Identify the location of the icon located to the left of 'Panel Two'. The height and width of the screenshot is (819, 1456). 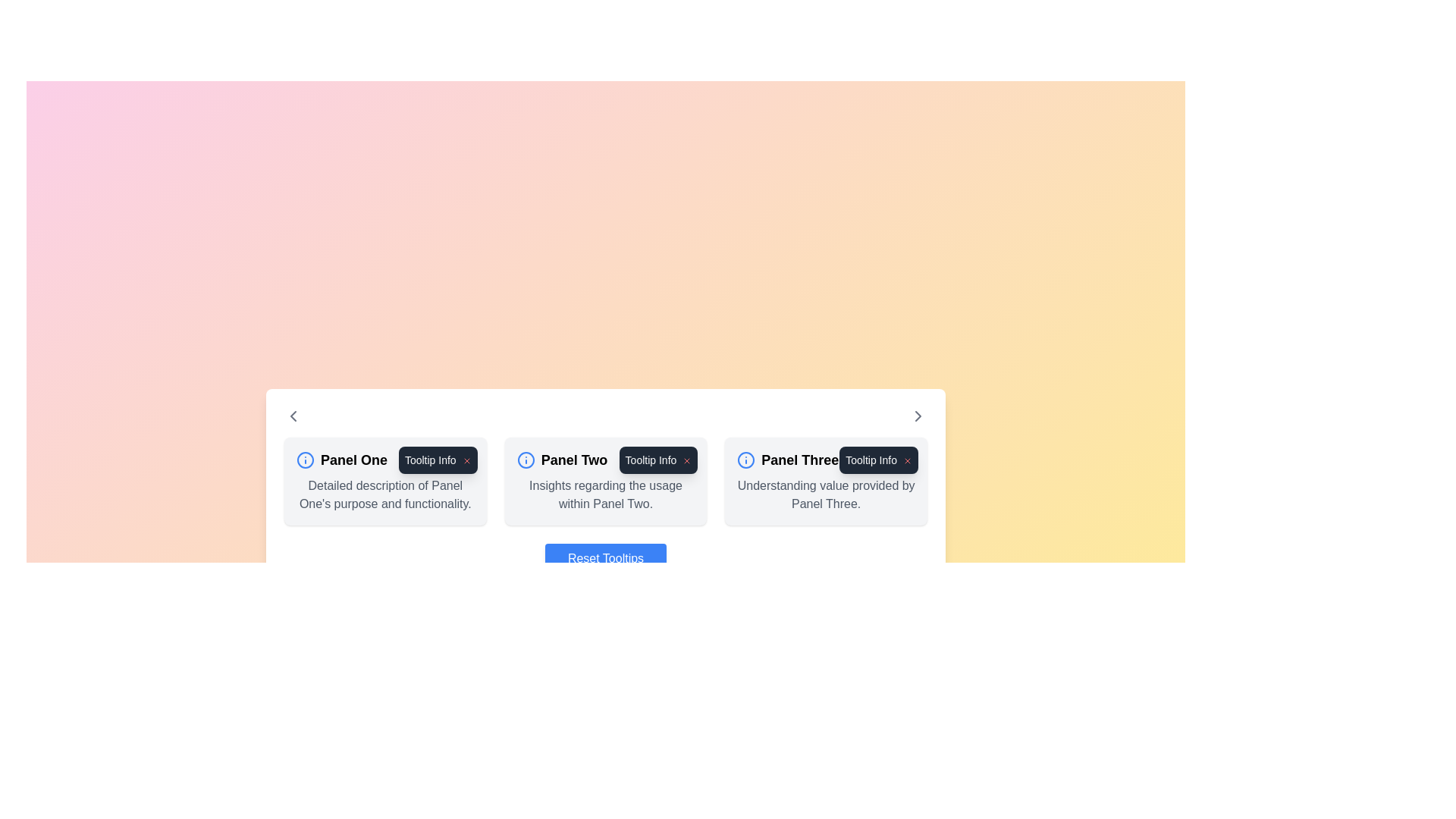
(526, 459).